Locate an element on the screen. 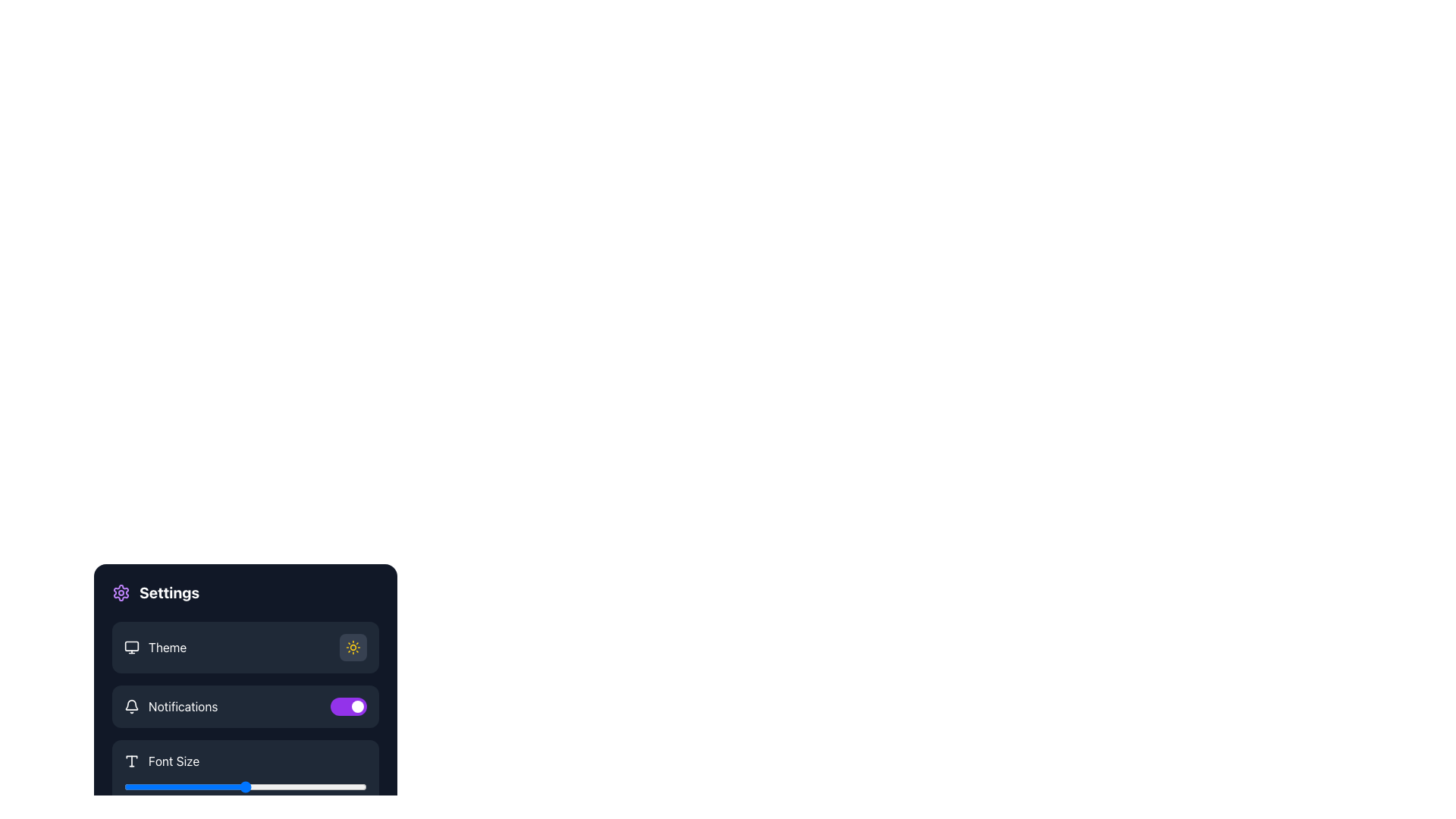 The image size is (1456, 819). the toggle switch for notifications, which is the second item in the settings menu and the rightmost control in that row is located at coordinates (348, 707).